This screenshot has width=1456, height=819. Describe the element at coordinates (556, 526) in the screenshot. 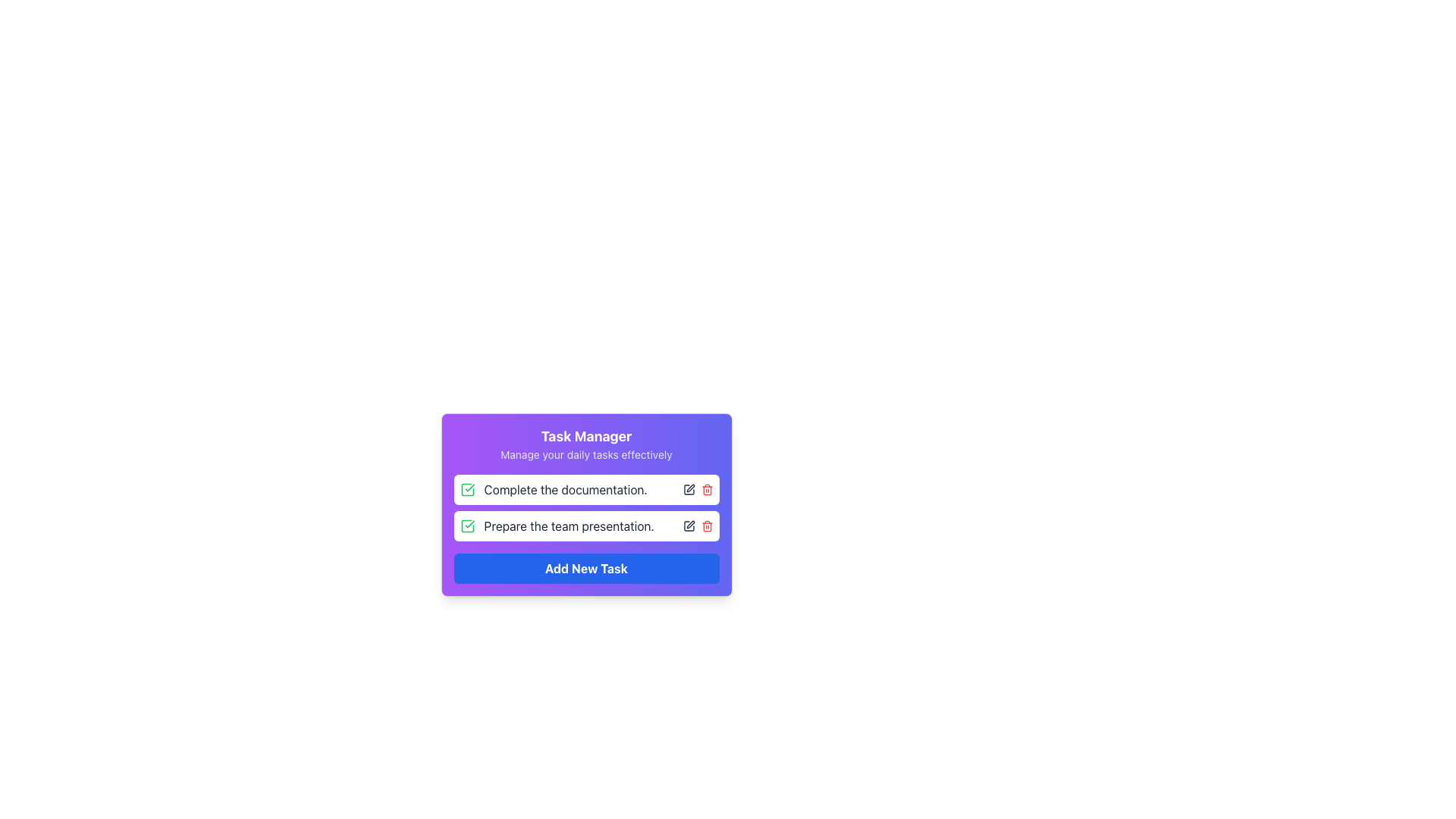

I see `the task display label that is the second item in the vertical list of tasks` at that location.